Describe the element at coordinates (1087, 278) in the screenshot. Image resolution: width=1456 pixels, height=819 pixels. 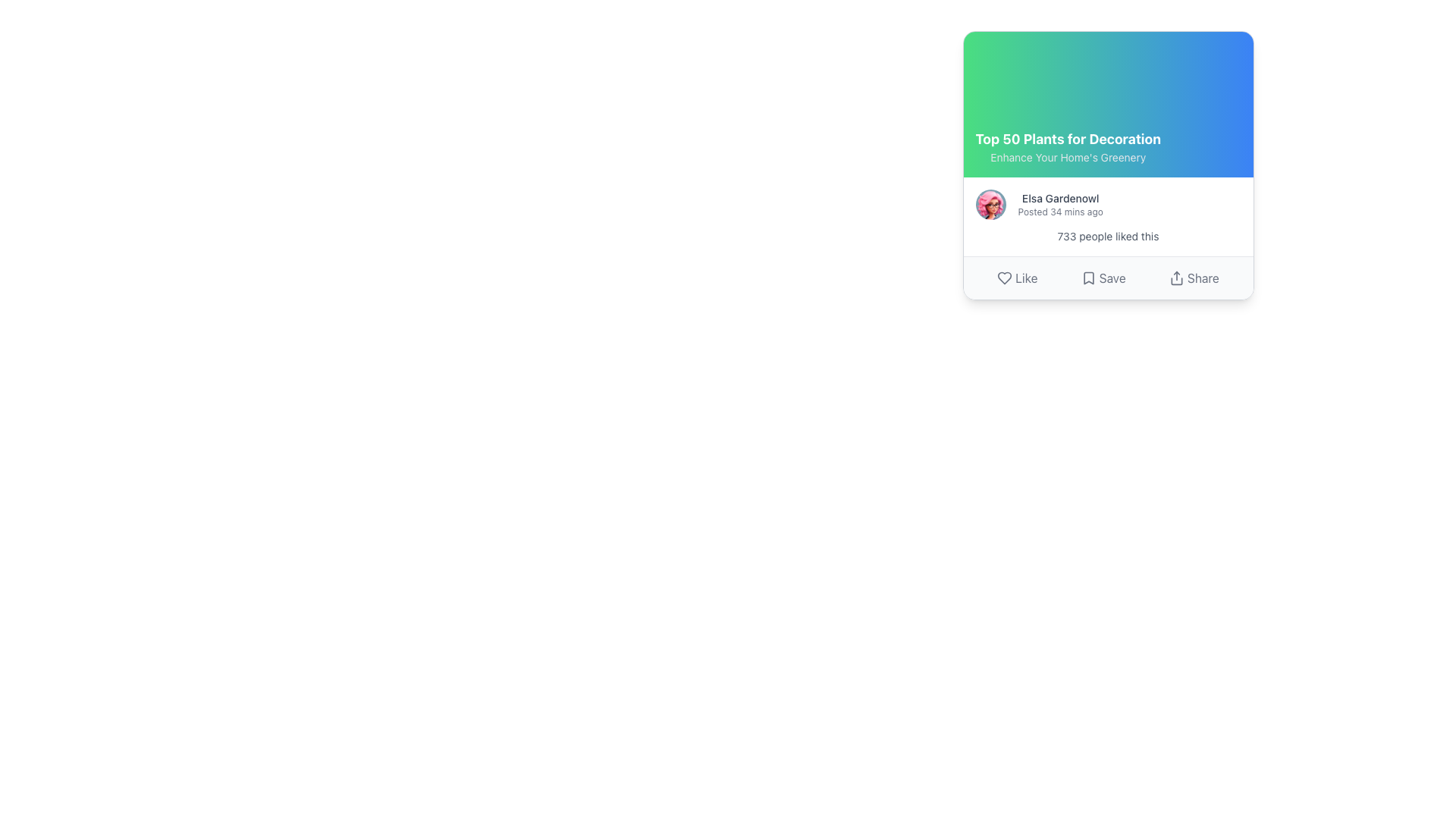
I see `the save/bookmark icon located at the bottom central area of the content card, immediately to the left of the 'Save' text` at that location.